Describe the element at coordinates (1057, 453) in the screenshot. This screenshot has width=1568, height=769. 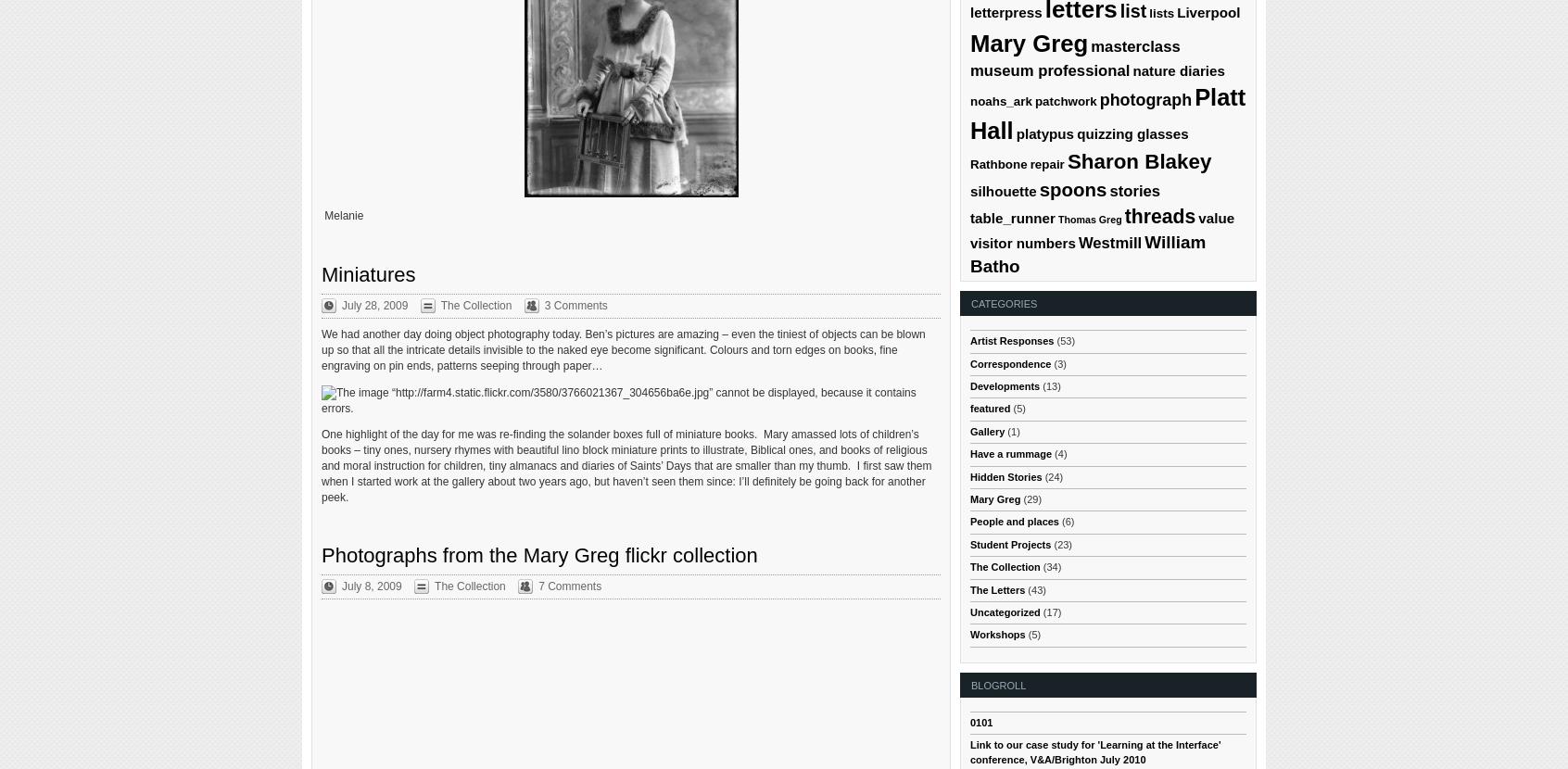
I see `'(4)'` at that location.